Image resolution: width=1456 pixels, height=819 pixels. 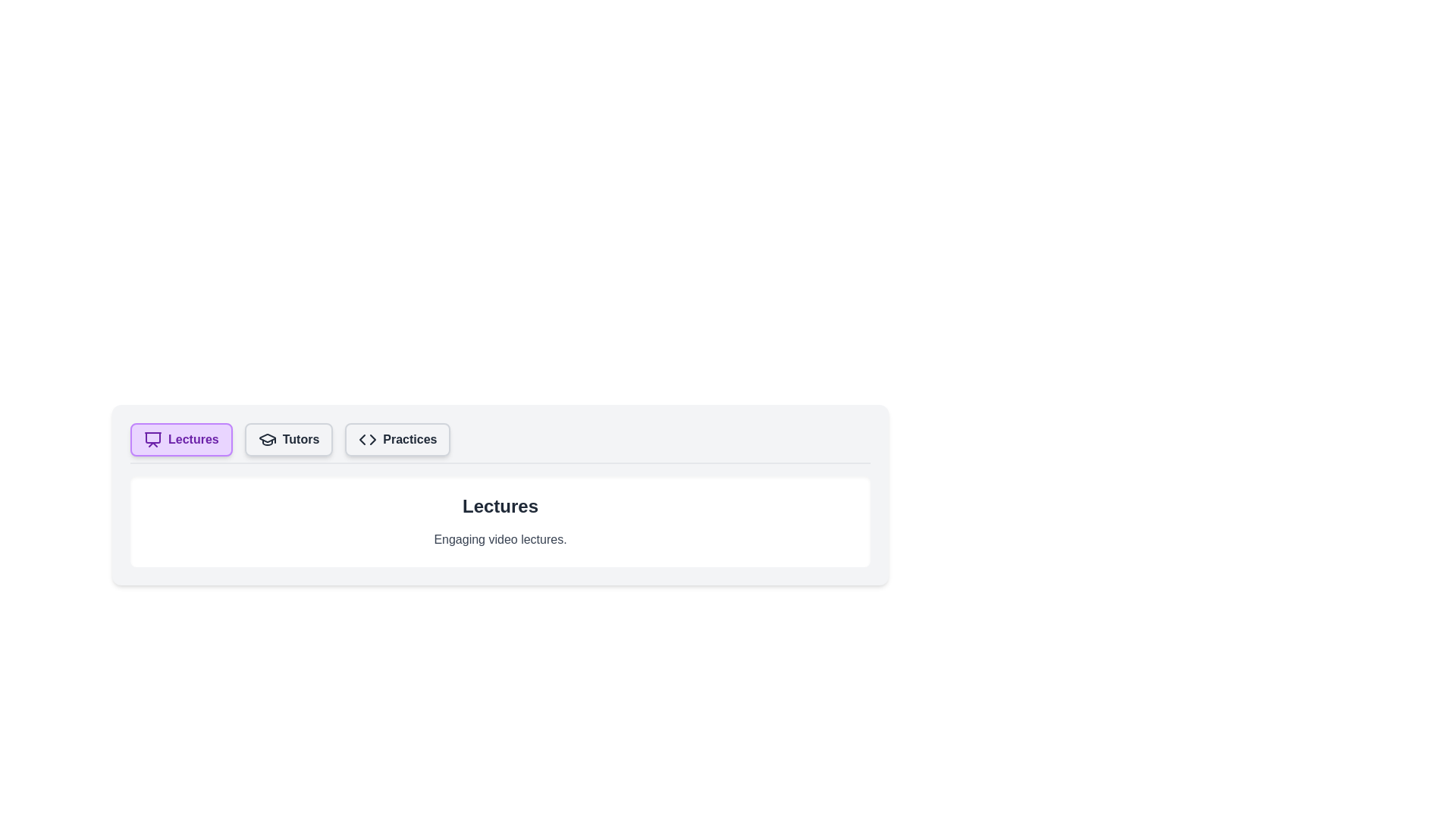 I want to click on the 'Practices' button, which is a rectangular button with bold text and a small code icon to its left, located in the horizontal tab bar, so click(x=397, y=439).